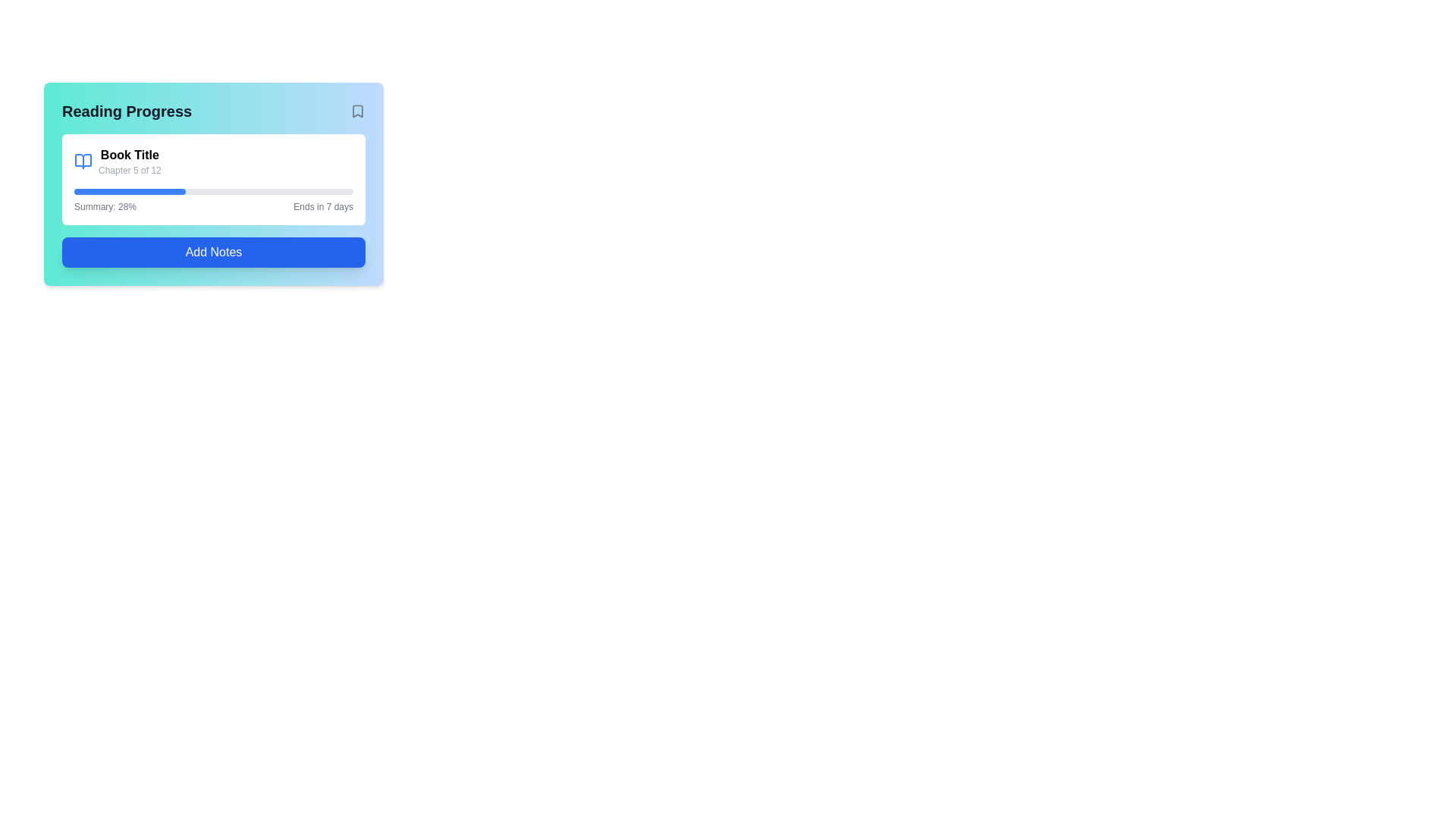 The height and width of the screenshot is (819, 1456). What do you see at coordinates (130, 191) in the screenshot?
I see `the width percentage of the Progress bar fill within the 'Reading Progress' card, which visually indicates task completion status` at bounding box center [130, 191].